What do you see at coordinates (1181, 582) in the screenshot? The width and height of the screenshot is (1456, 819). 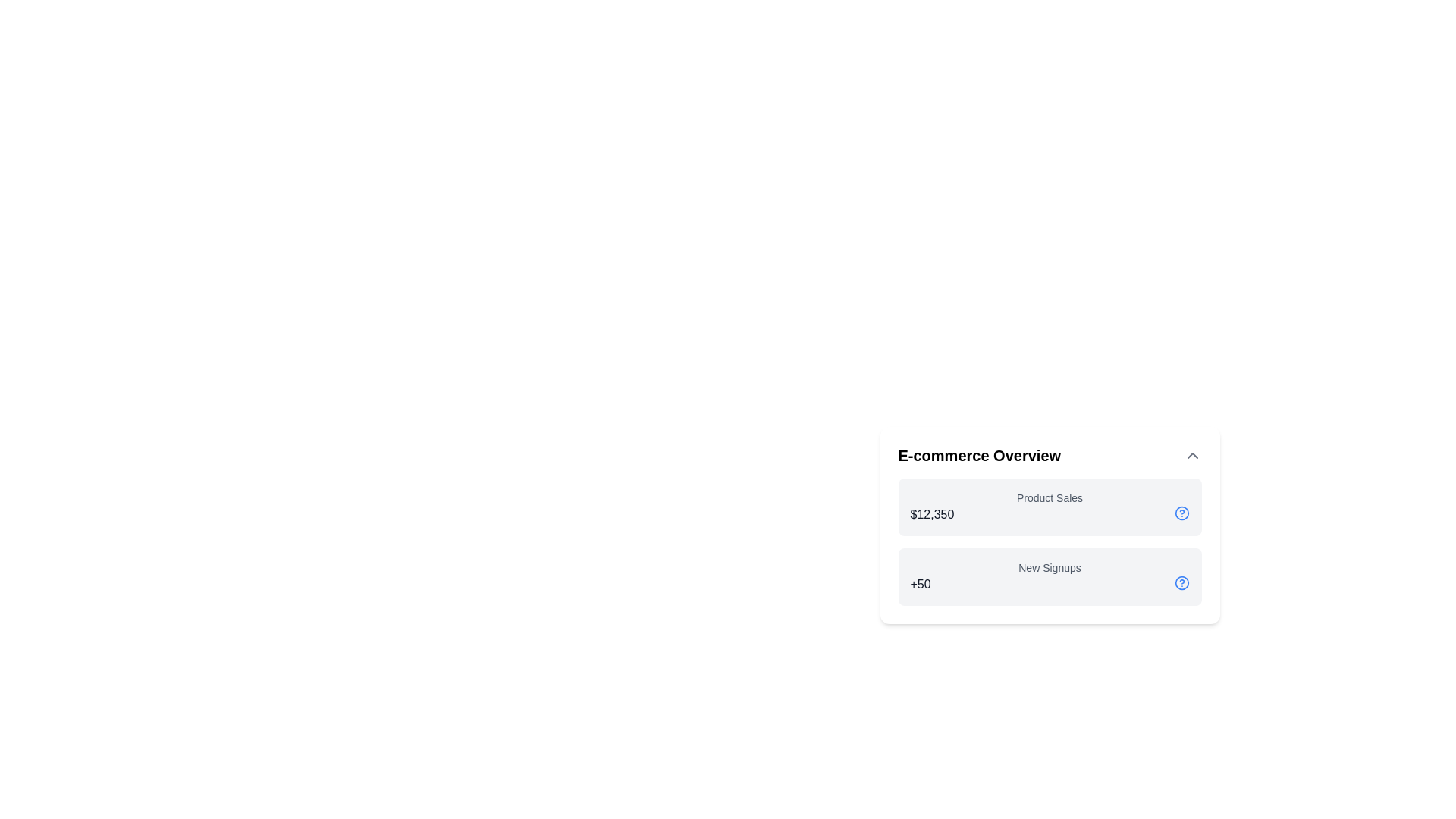 I see `the circular icon with a question mark, located in the 'E-commerce Overview' section, adjacent to the '+50' metric in the 'New Signups' row` at bounding box center [1181, 582].